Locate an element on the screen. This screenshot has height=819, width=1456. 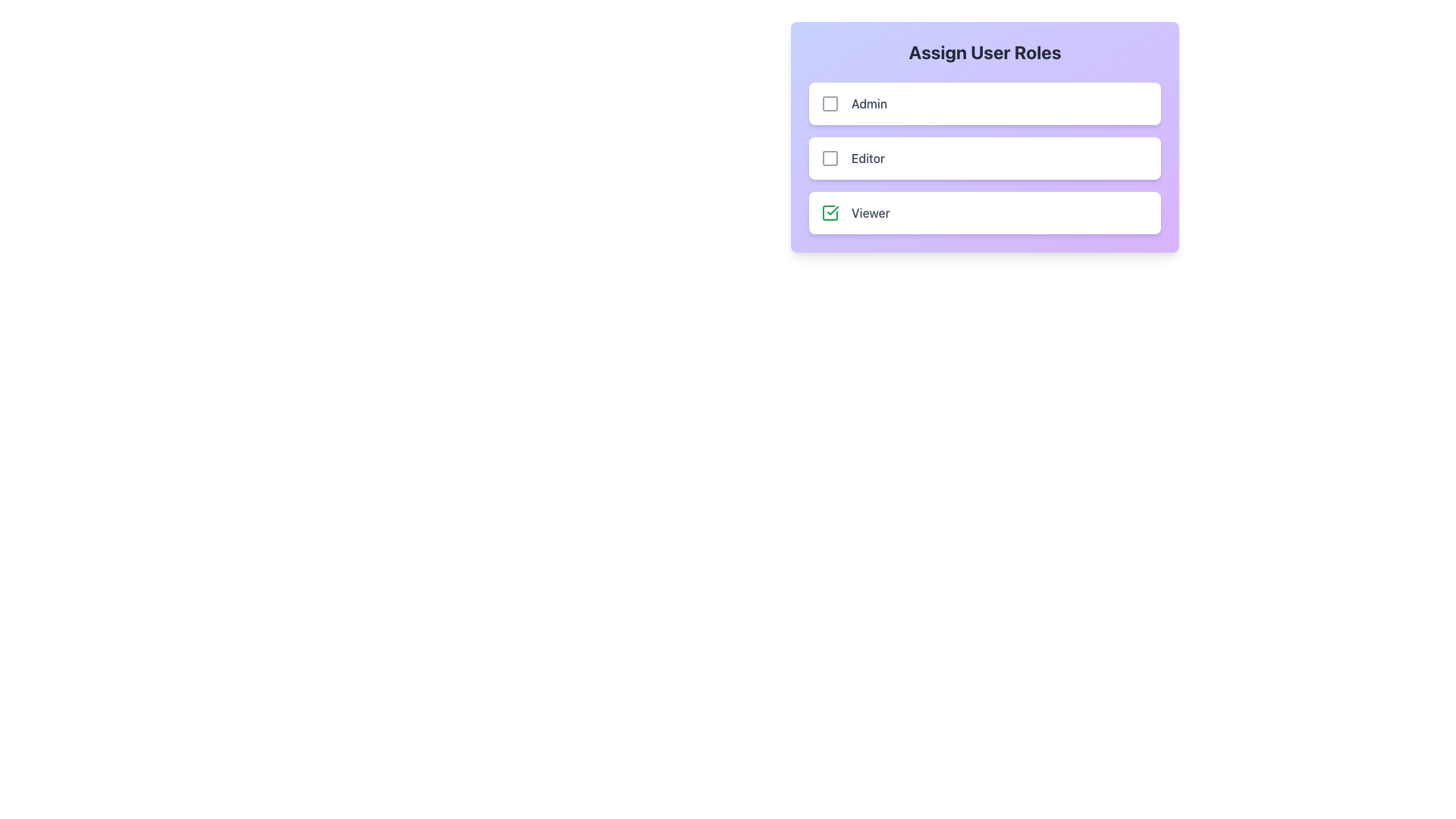
the red-outlined checkbox for the 'Editor' option located in the 'Assign User Roles' frame is located at coordinates (829, 158).